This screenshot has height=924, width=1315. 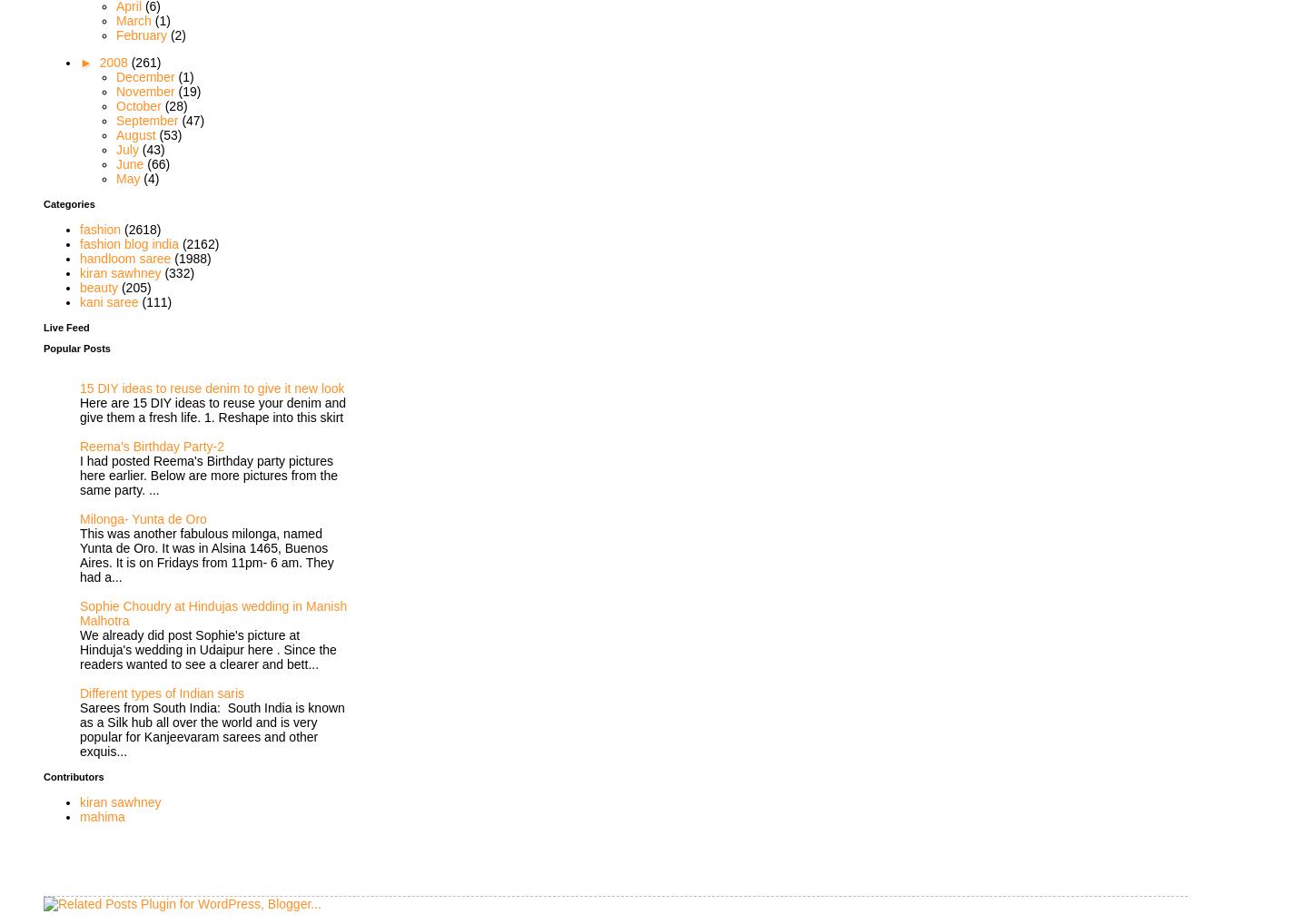 I want to click on '(2162)', so click(x=200, y=243).